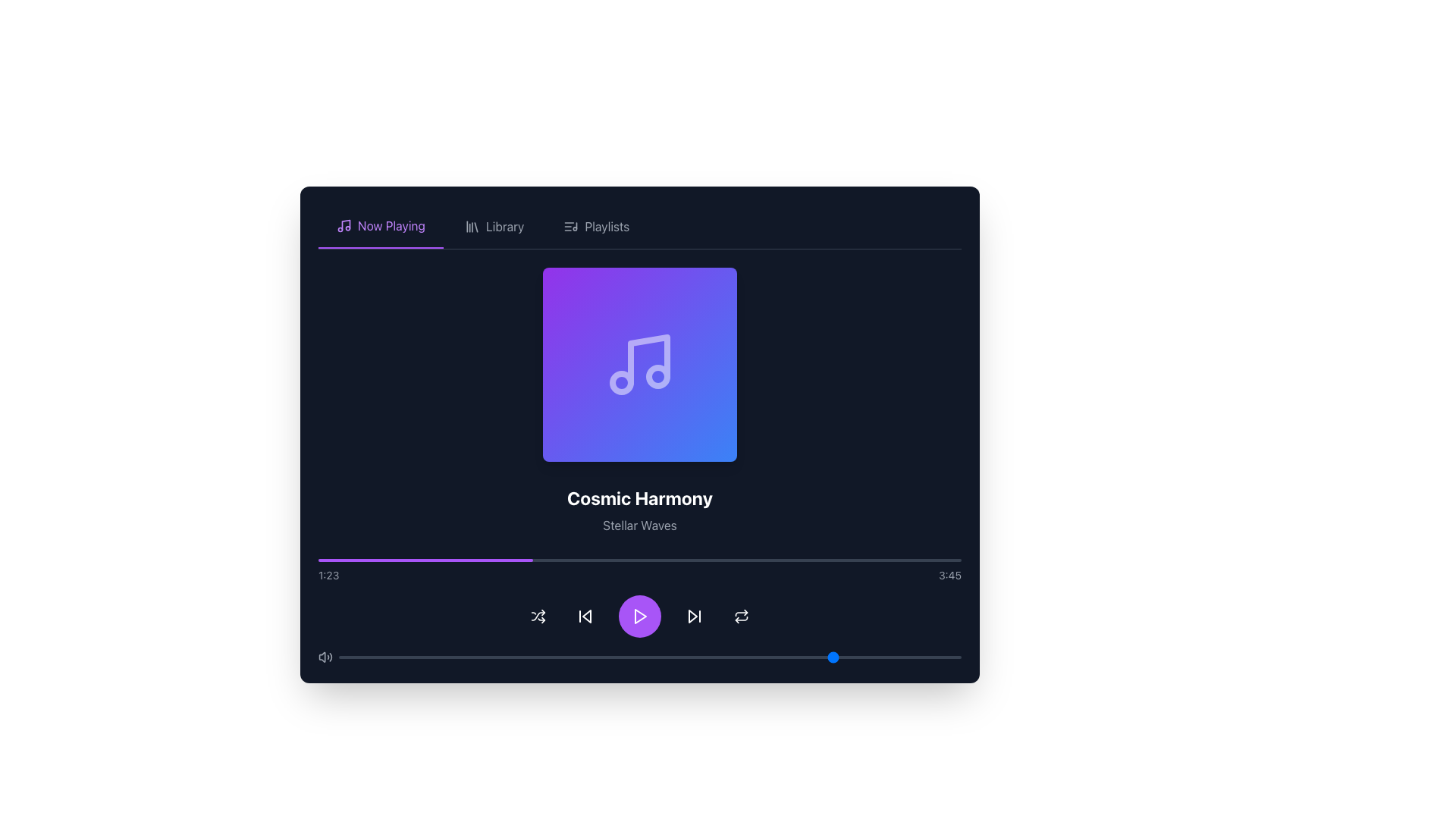 The image size is (1456, 819). I want to click on the shuffle button, which is a sleek, monochromatic icon of curved arrows forming a criss-cross pattern located in the bottom center of the interface next, so click(538, 617).